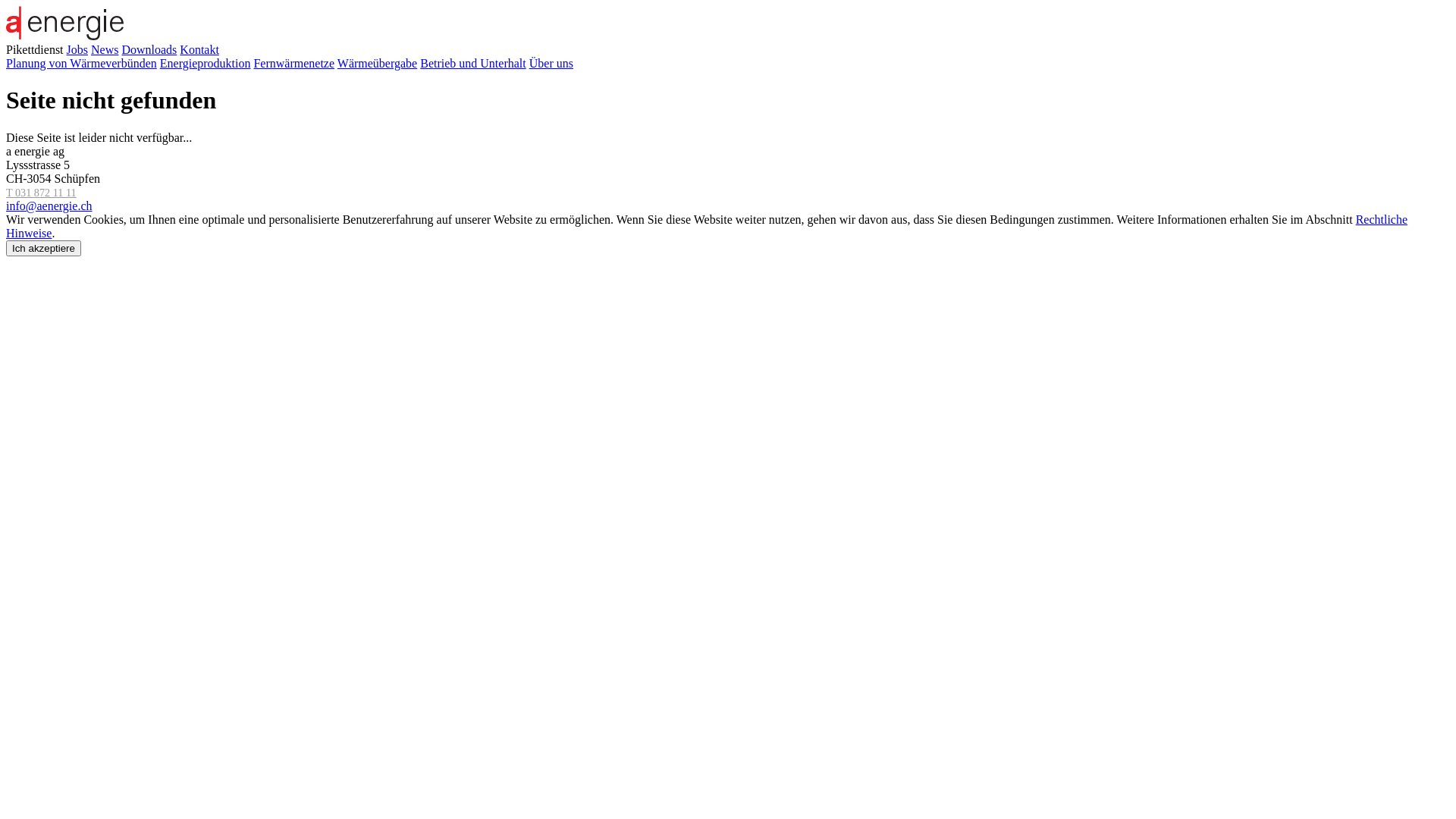 The height and width of the screenshot is (819, 1456). Describe the element at coordinates (35, 49) in the screenshot. I see `'Pikettdienst'` at that location.